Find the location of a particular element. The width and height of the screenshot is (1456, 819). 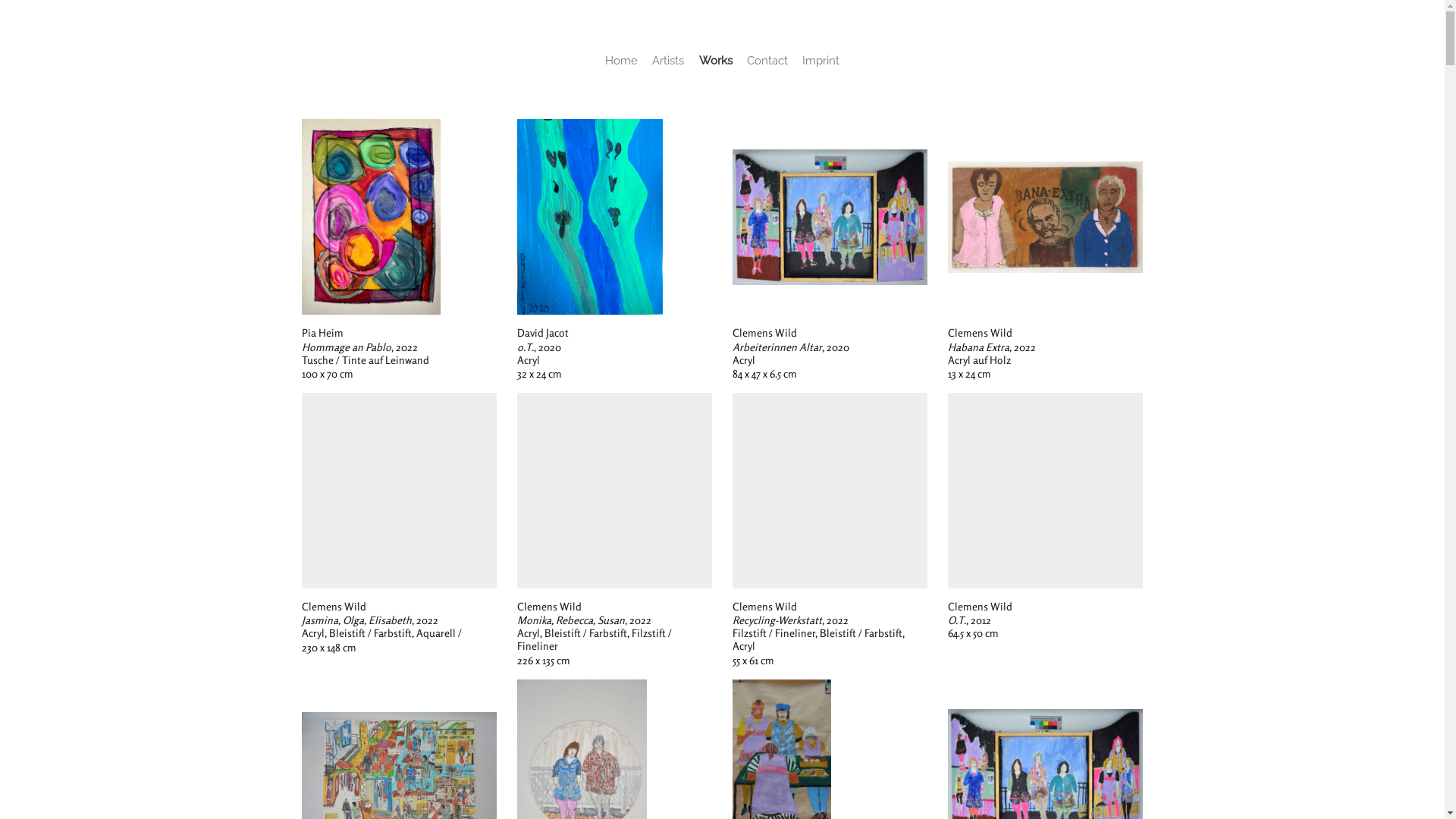

'Works' is located at coordinates (715, 60).